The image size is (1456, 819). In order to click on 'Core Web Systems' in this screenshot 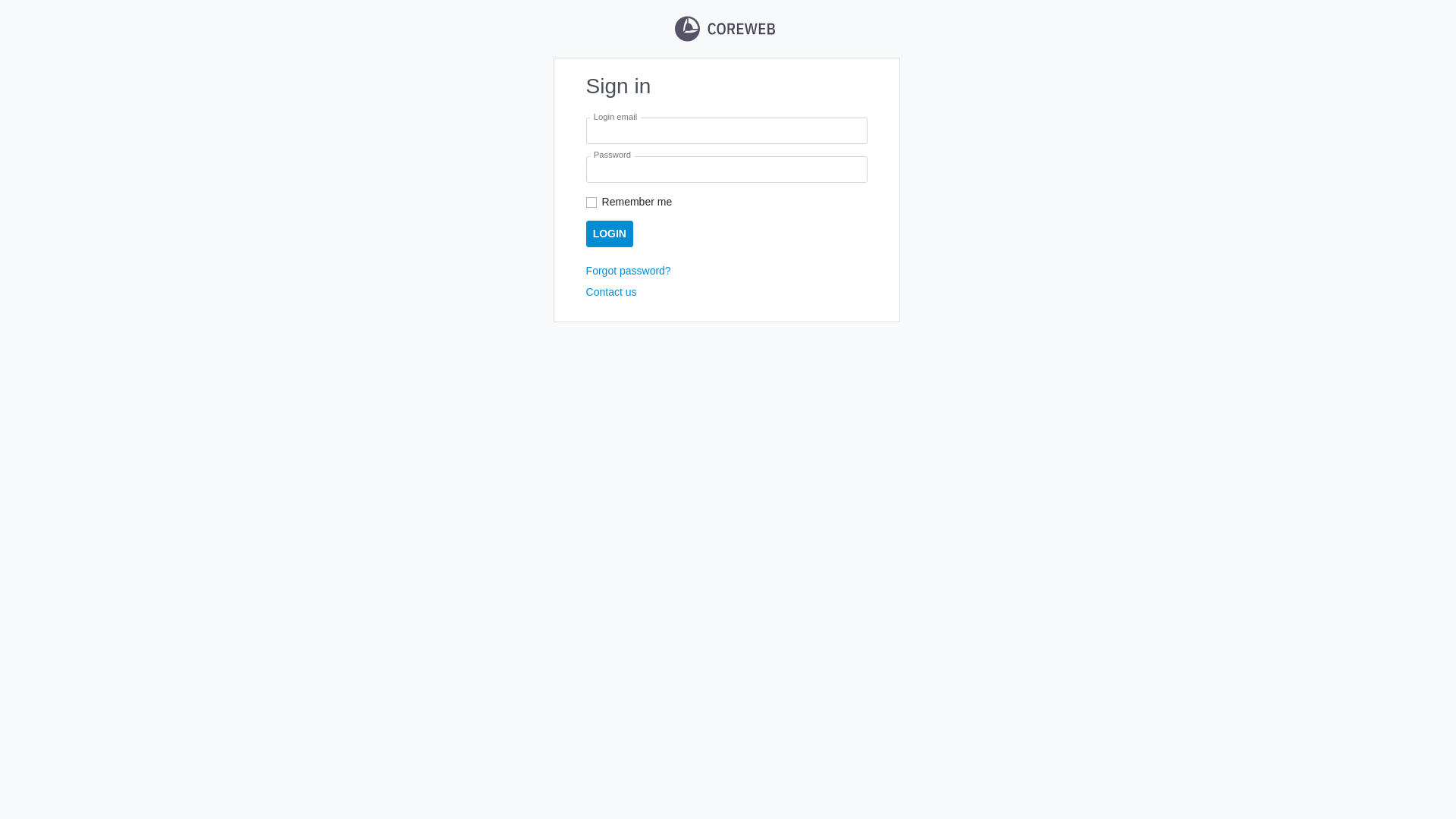, I will do `click(723, 29)`.